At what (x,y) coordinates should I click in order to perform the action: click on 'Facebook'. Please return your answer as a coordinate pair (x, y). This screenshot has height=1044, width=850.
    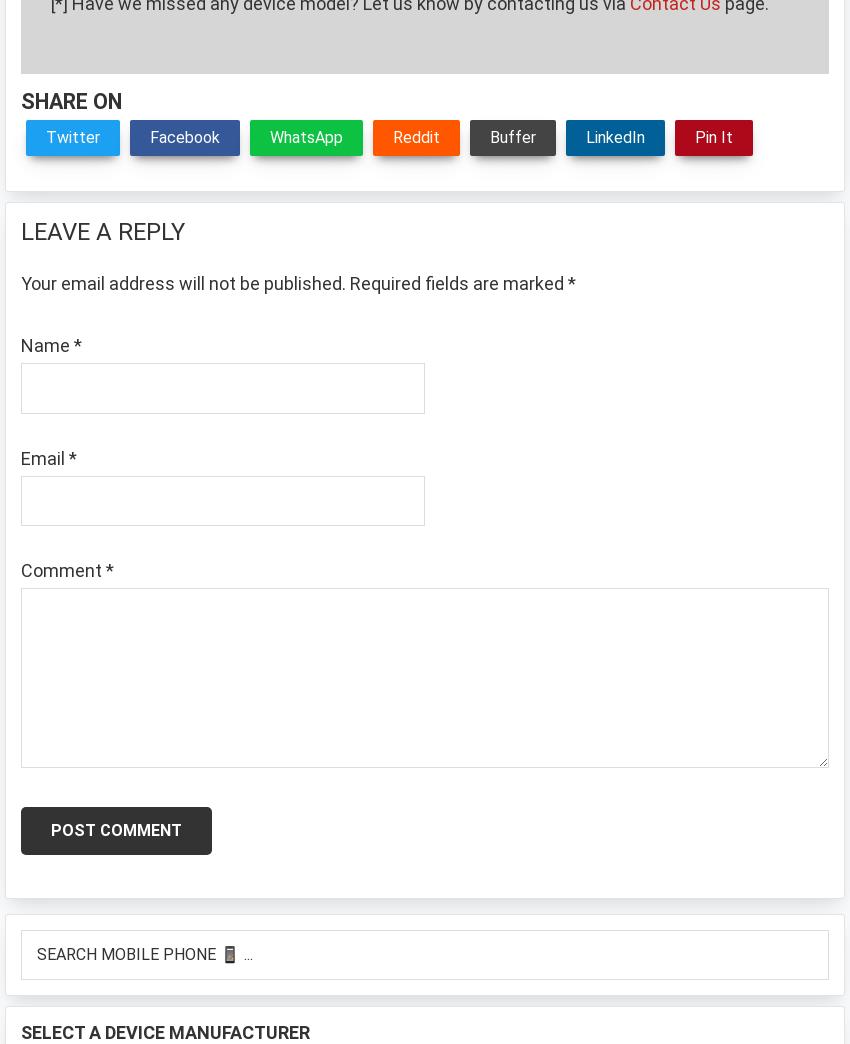
    Looking at the image, I should click on (183, 135).